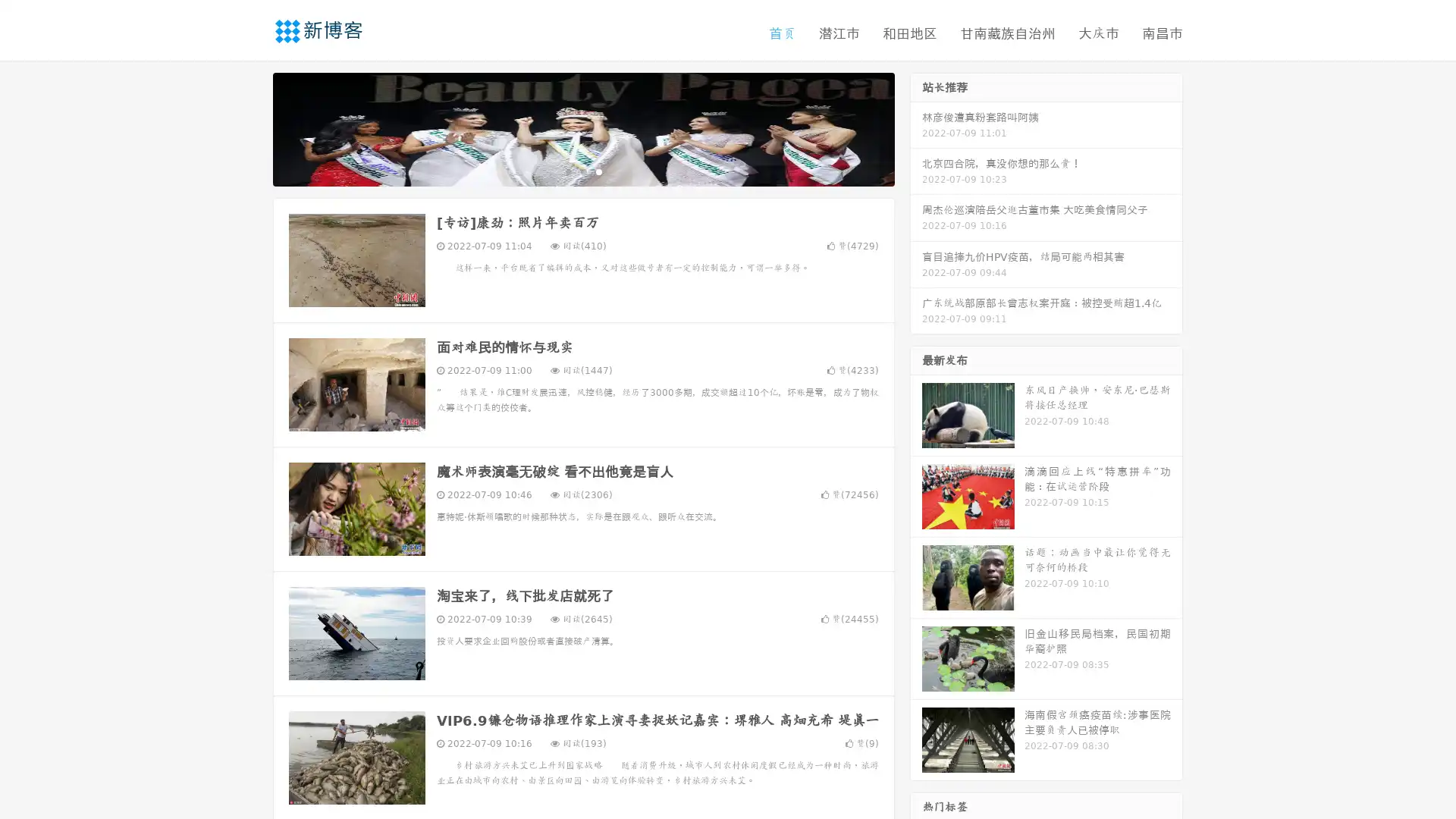 This screenshot has width=1456, height=819. Describe the element at coordinates (598, 171) in the screenshot. I see `Go to slide 3` at that location.